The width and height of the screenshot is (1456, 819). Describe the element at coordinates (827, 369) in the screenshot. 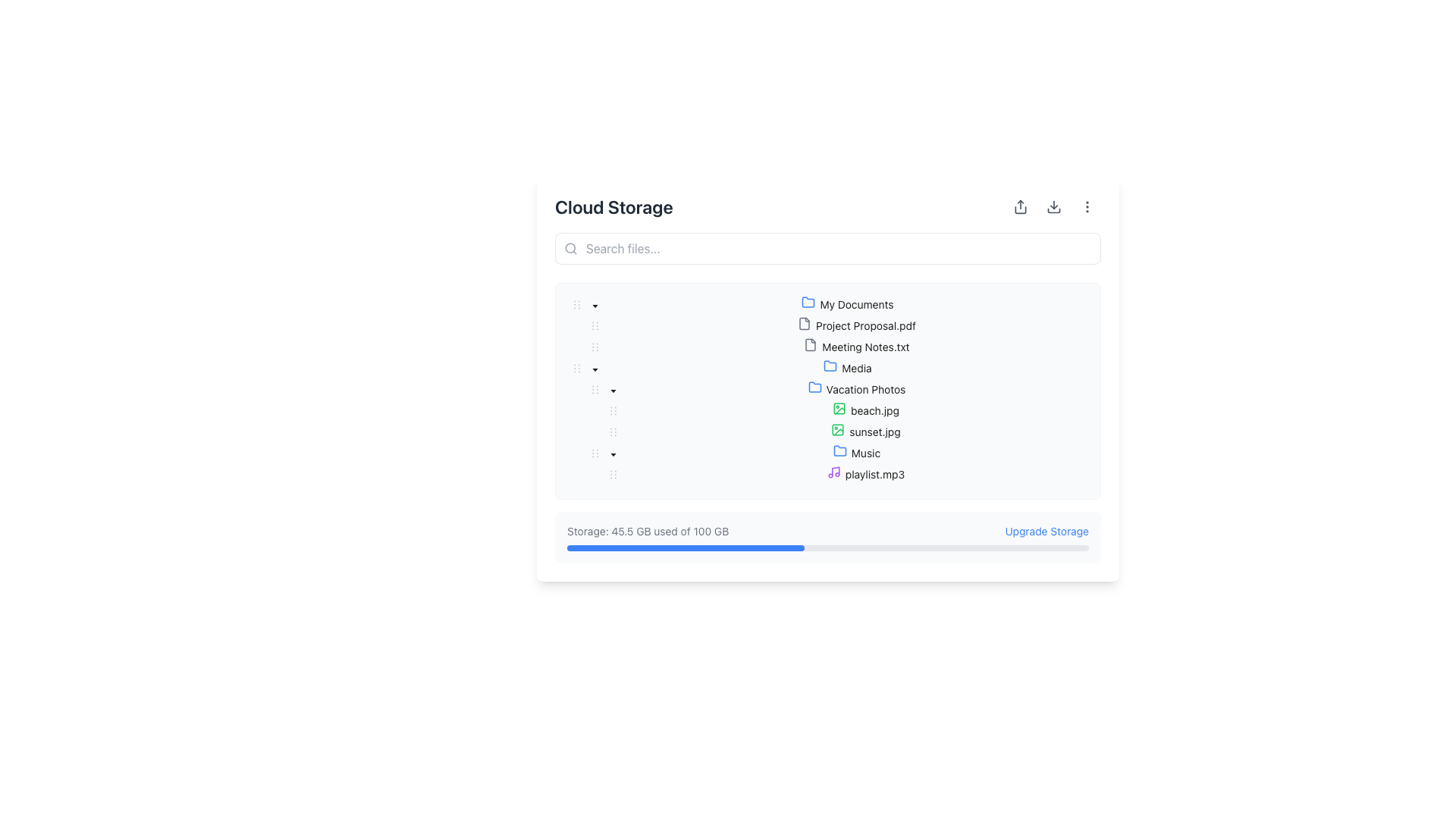

I see `the 'Media' folder in the tree structure` at that location.